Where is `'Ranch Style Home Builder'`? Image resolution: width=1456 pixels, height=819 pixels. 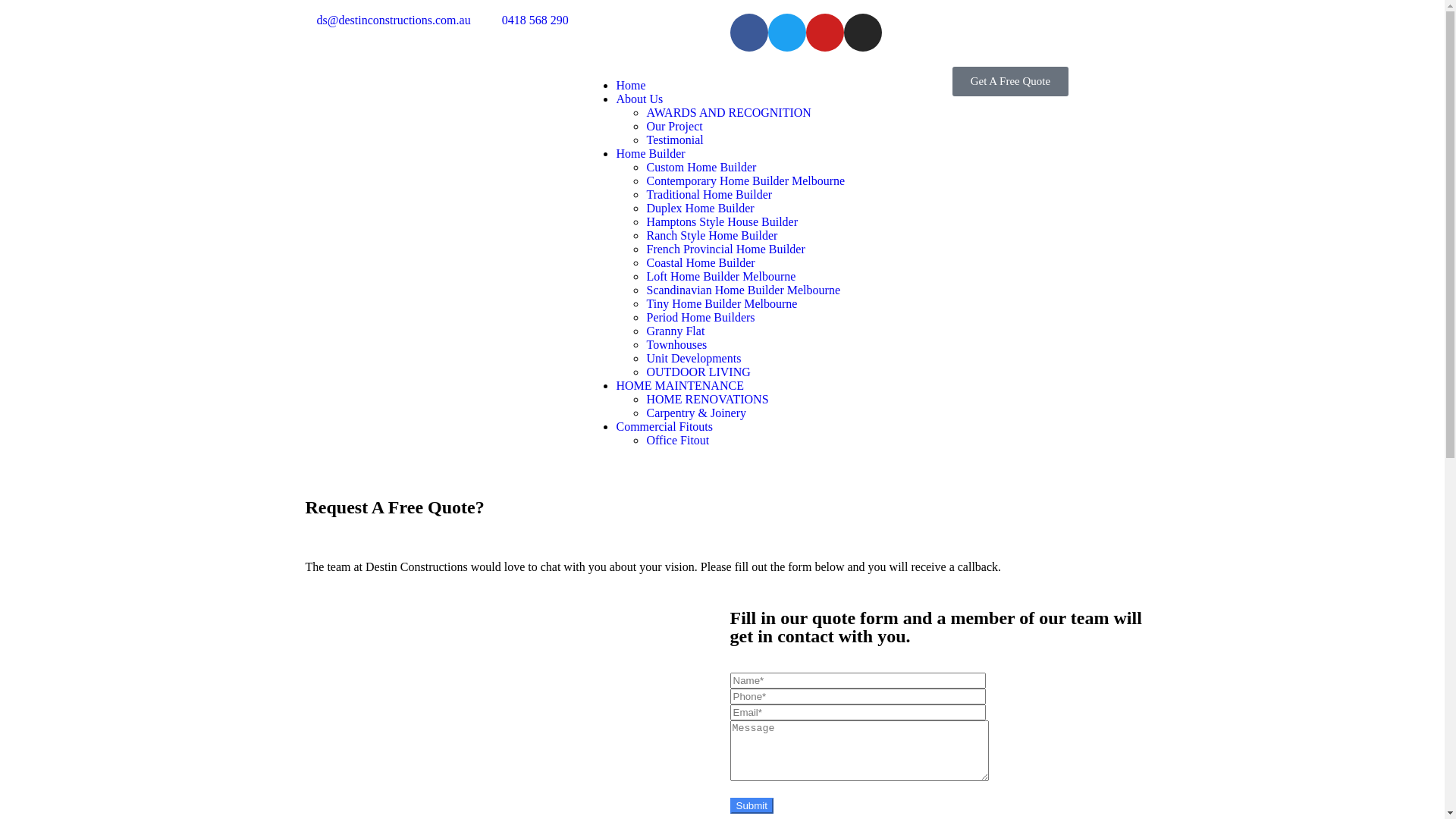
'Ranch Style Home Builder' is located at coordinates (711, 235).